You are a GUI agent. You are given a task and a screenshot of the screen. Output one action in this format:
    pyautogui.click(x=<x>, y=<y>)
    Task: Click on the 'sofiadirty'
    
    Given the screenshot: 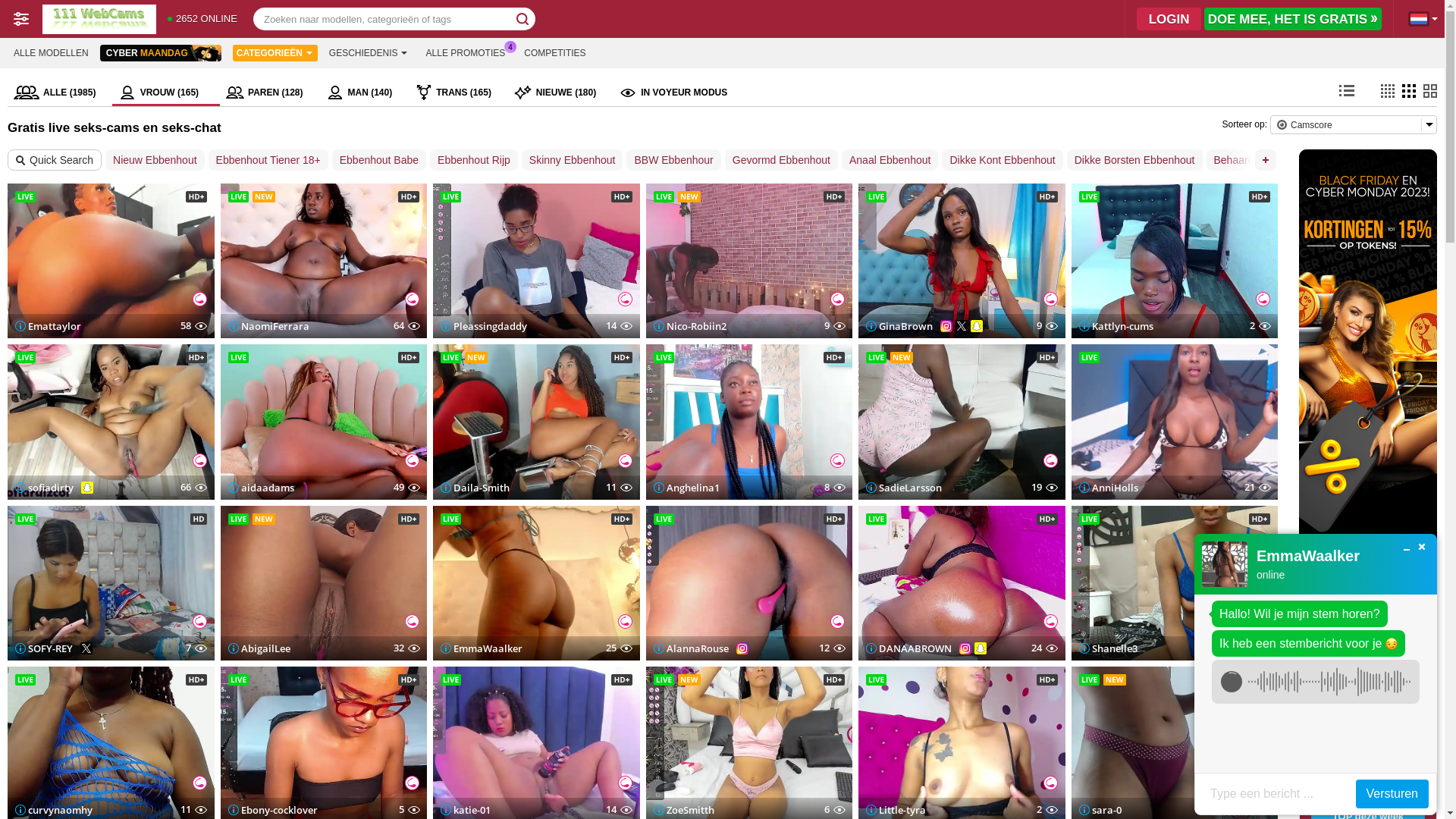 What is the action you would take?
    pyautogui.click(x=44, y=488)
    